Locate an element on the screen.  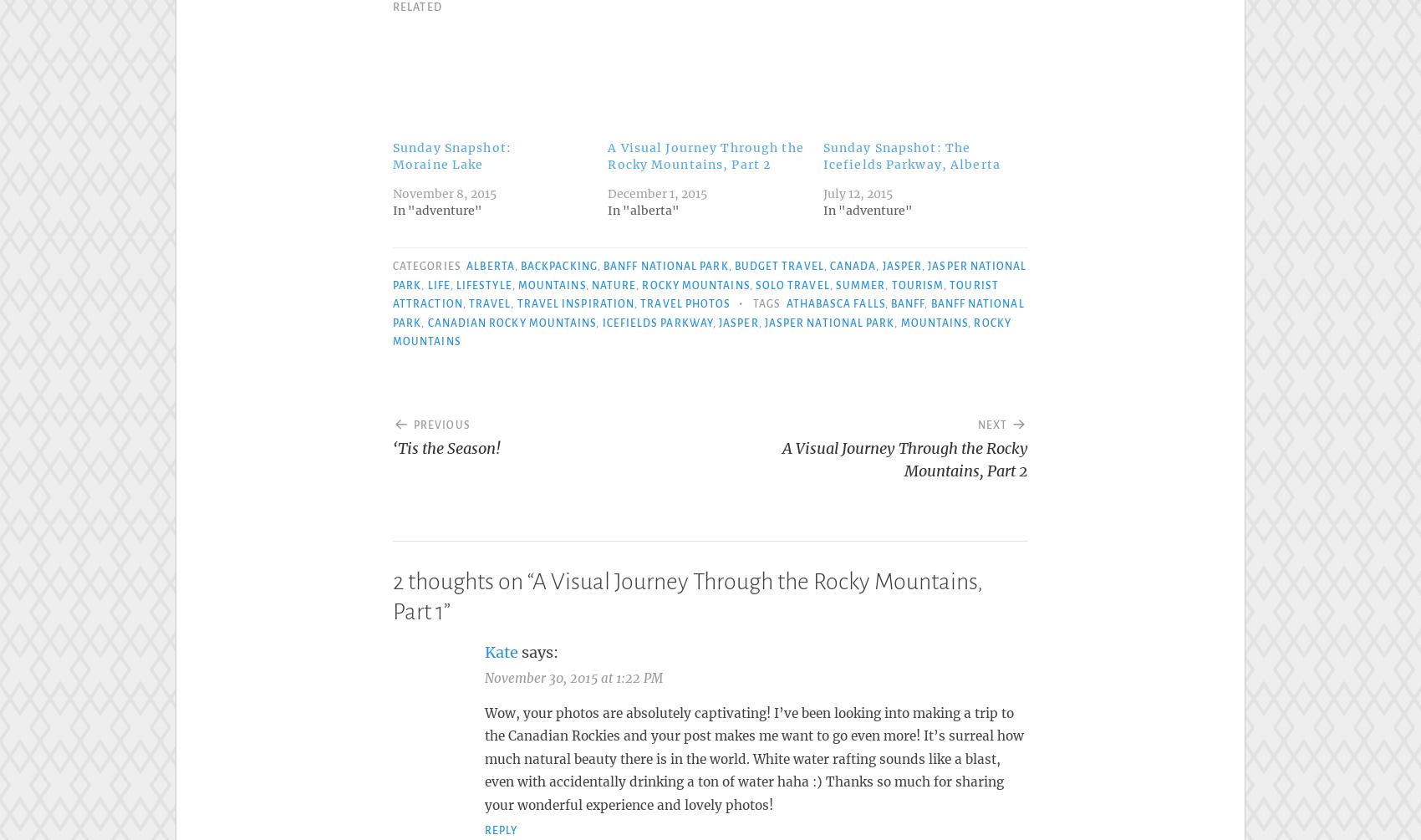
'travel inspiration' is located at coordinates (575, 299).